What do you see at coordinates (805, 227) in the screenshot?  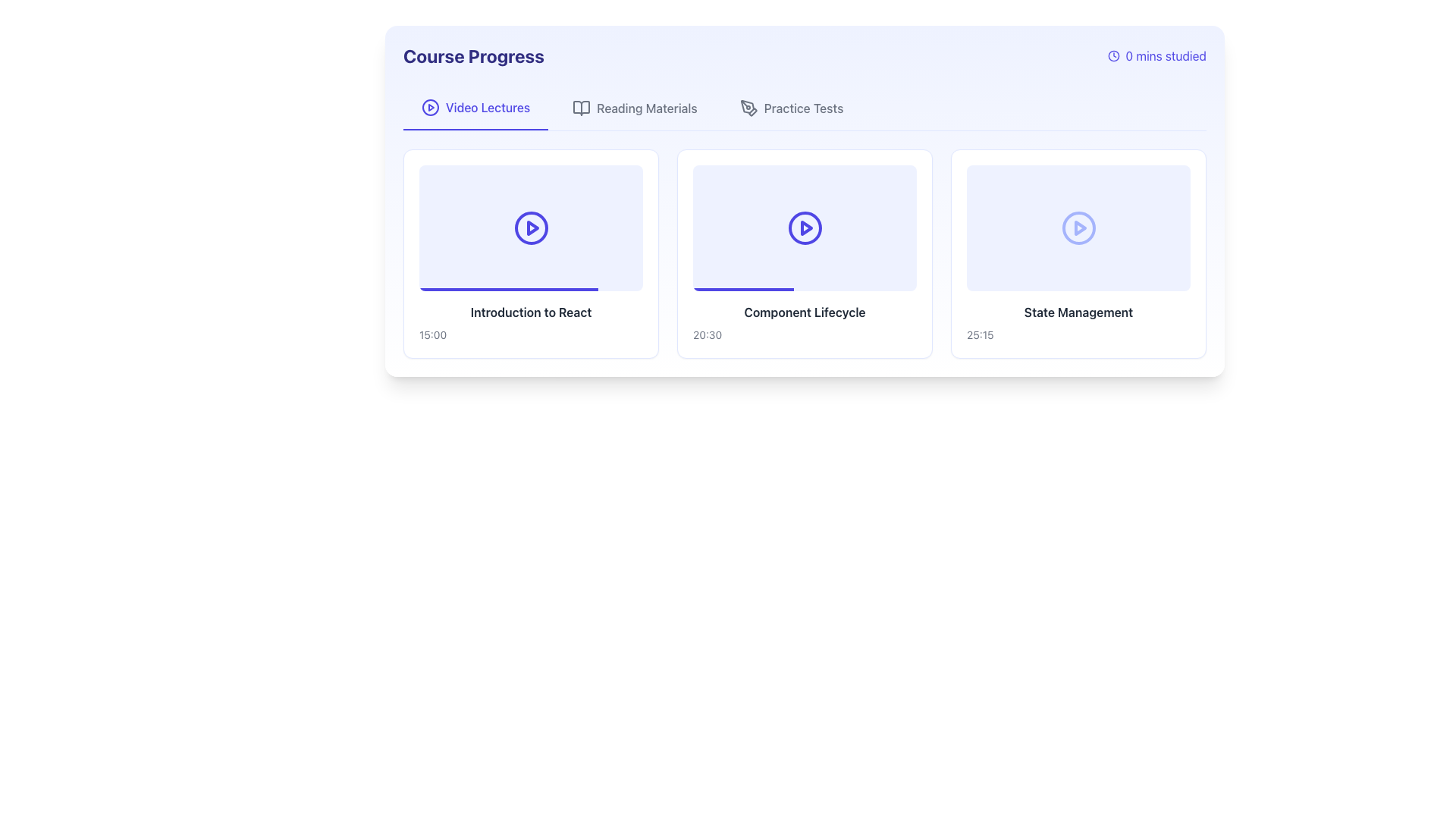 I see `the circular icon containing the triangular play symbol in the second card of the 'Course Progress' section` at bounding box center [805, 227].